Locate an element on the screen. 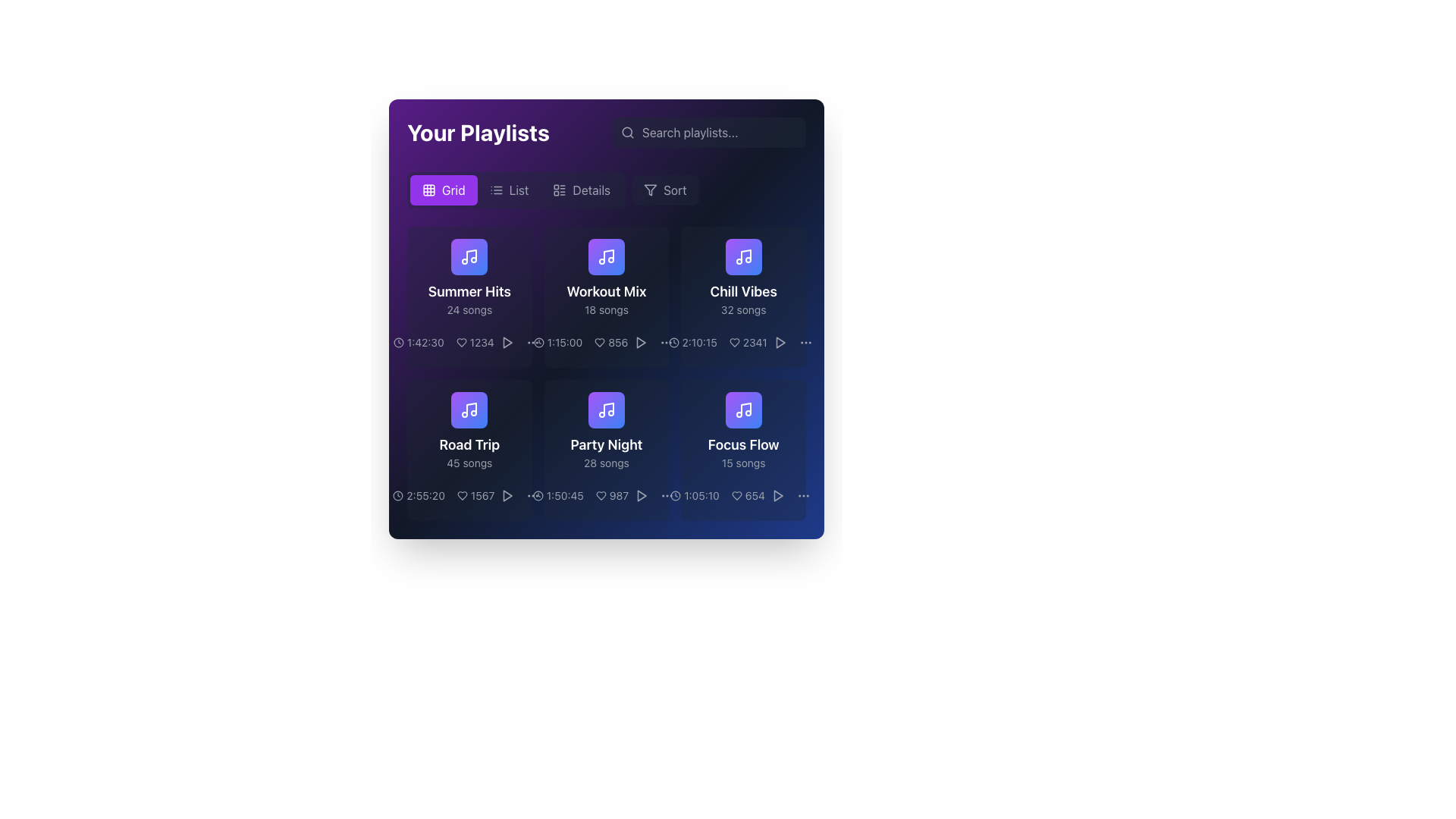 Image resolution: width=1456 pixels, height=819 pixels. the non-interactive label displaying the number of likes or favorites for the 'Party Night' playlist, located below the title and aligned with other metadata is located at coordinates (607, 496).